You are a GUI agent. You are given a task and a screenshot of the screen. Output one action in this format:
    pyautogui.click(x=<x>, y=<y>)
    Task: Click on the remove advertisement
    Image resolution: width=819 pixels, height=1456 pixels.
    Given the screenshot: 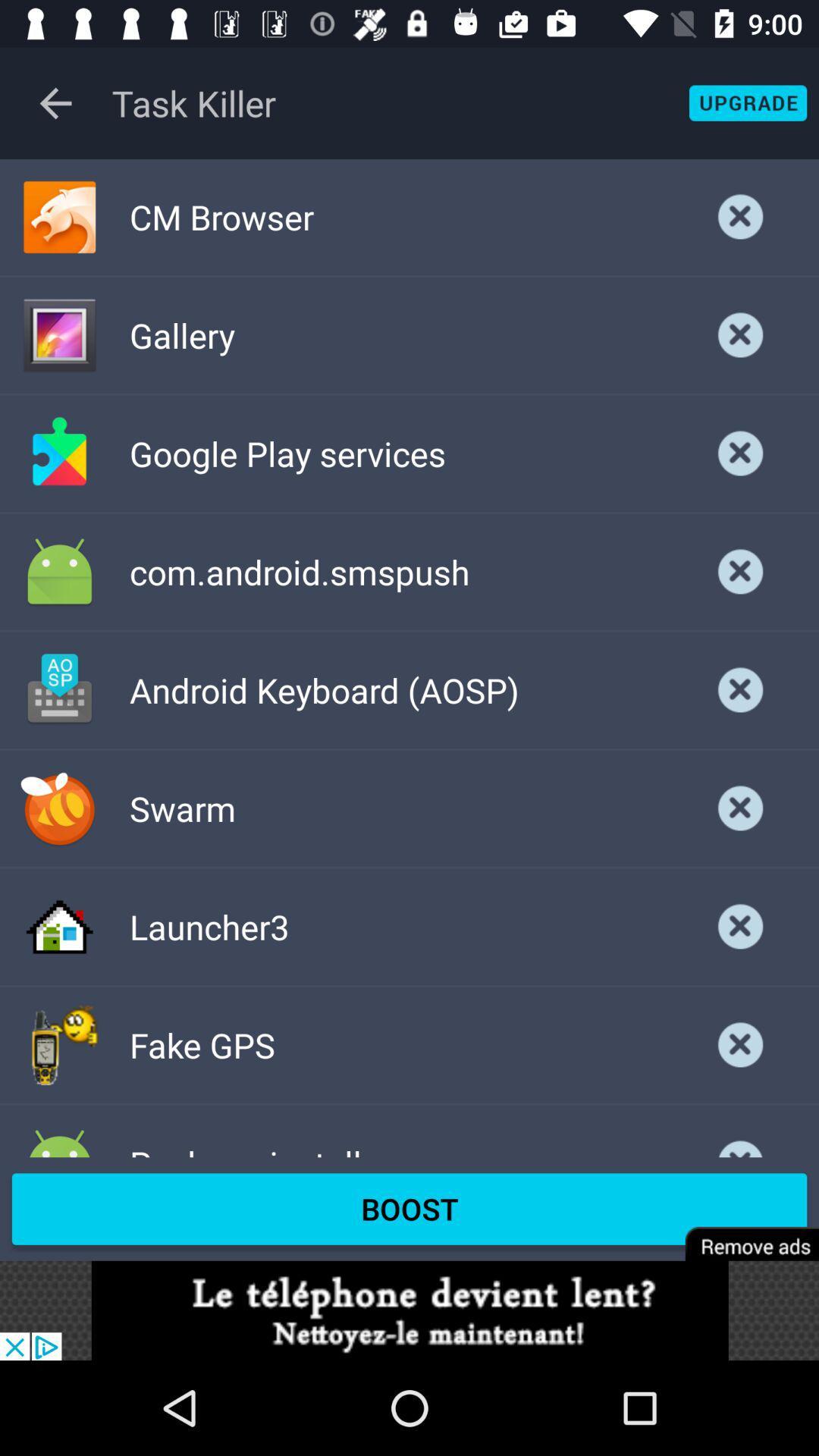 What is the action you would take?
    pyautogui.click(x=741, y=1234)
    